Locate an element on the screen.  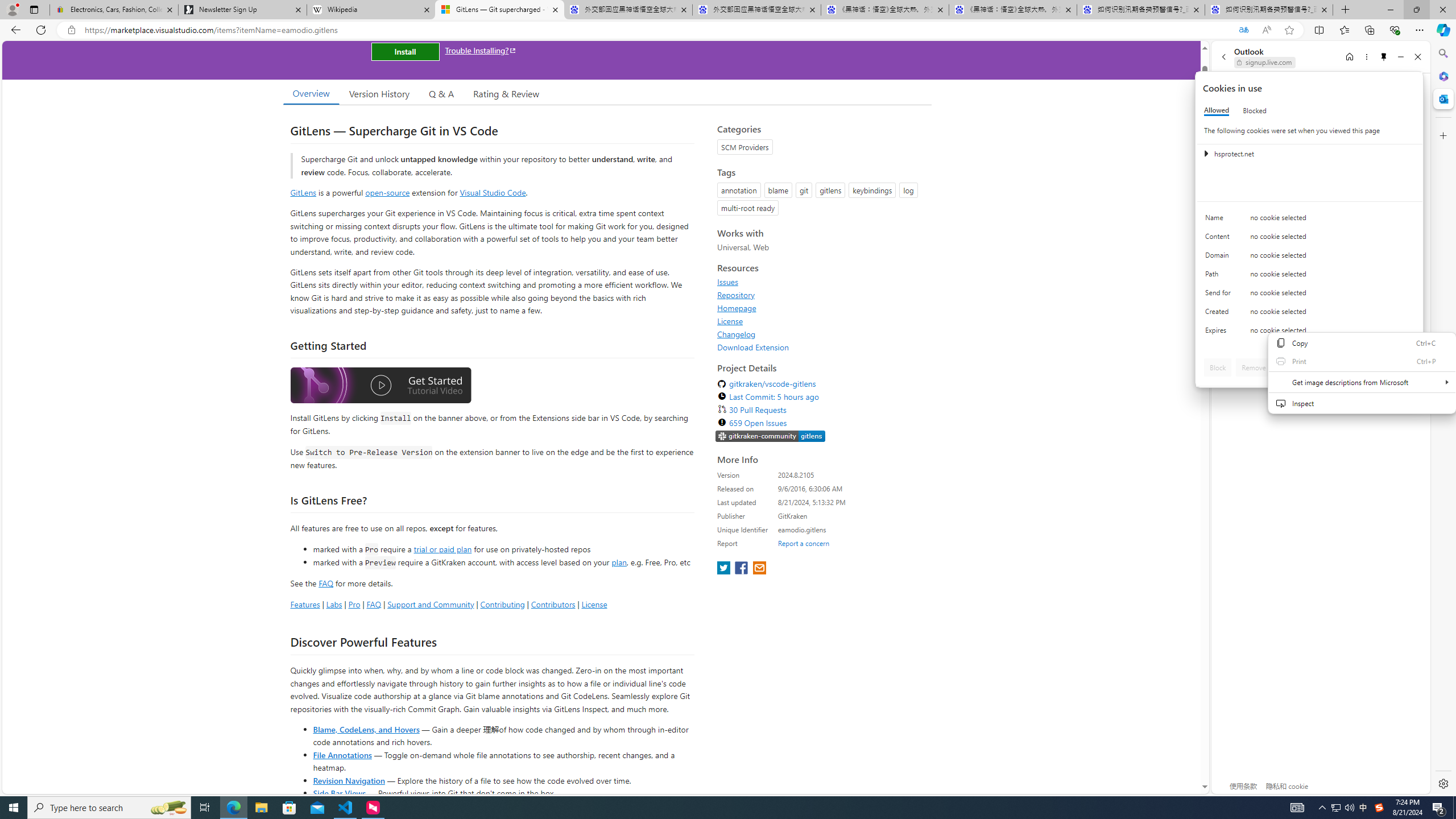
'Block' is located at coordinates (1217, 367).